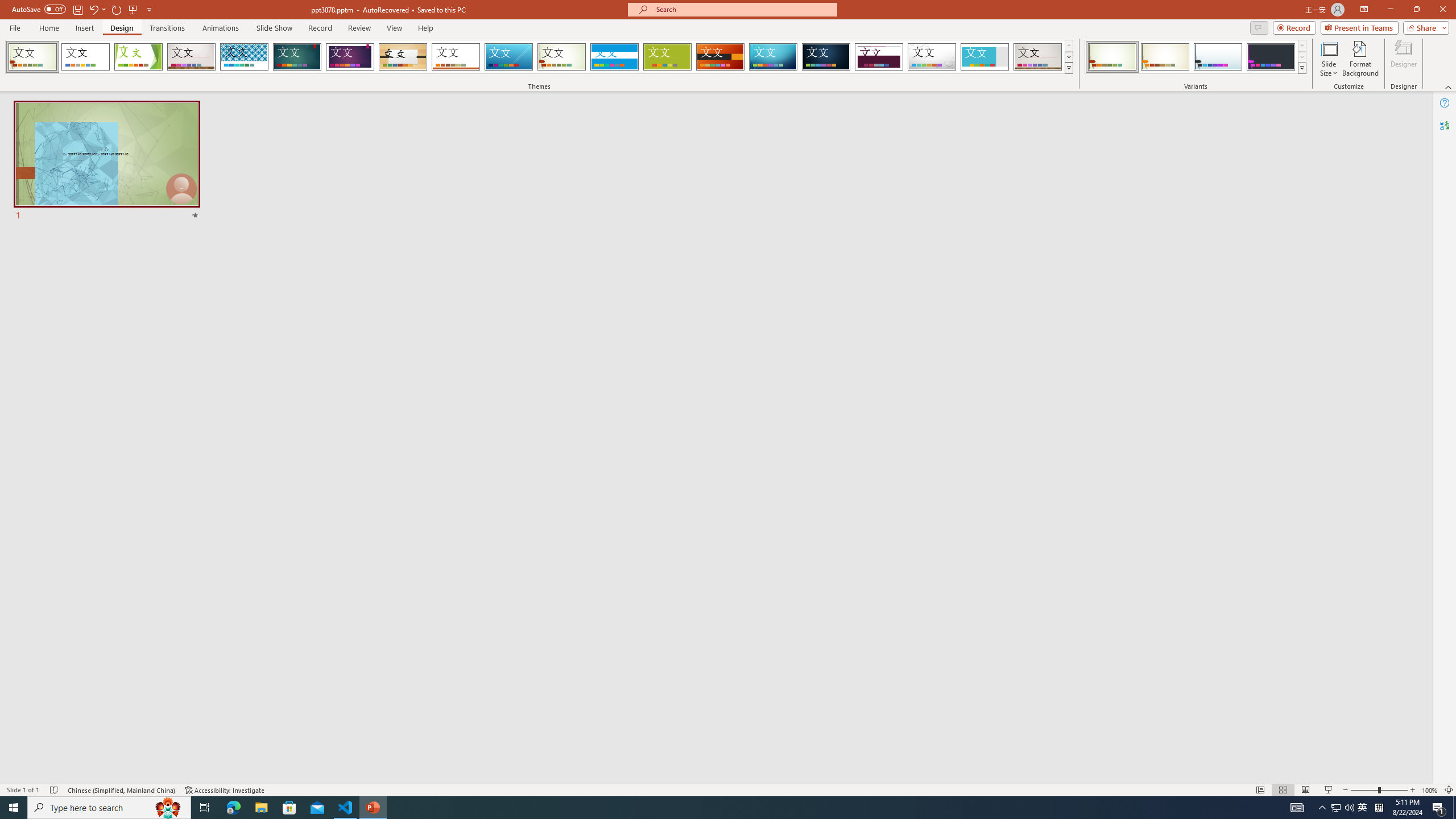 Image resolution: width=1456 pixels, height=819 pixels. What do you see at coordinates (54, 790) in the screenshot?
I see `'Spell Check No Errors'` at bounding box center [54, 790].